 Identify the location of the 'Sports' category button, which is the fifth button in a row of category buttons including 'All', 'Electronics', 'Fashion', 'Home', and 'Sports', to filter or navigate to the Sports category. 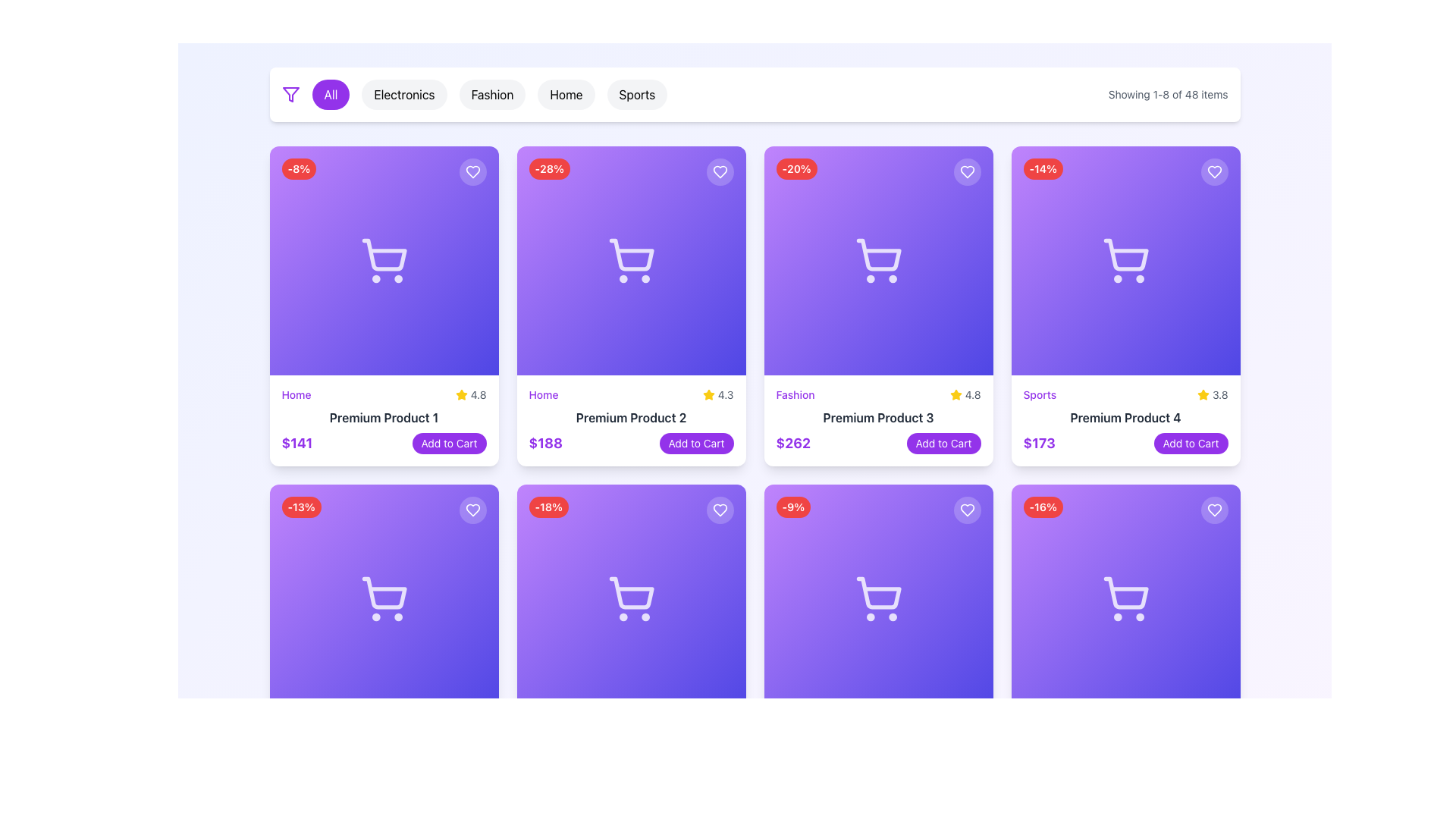
(637, 94).